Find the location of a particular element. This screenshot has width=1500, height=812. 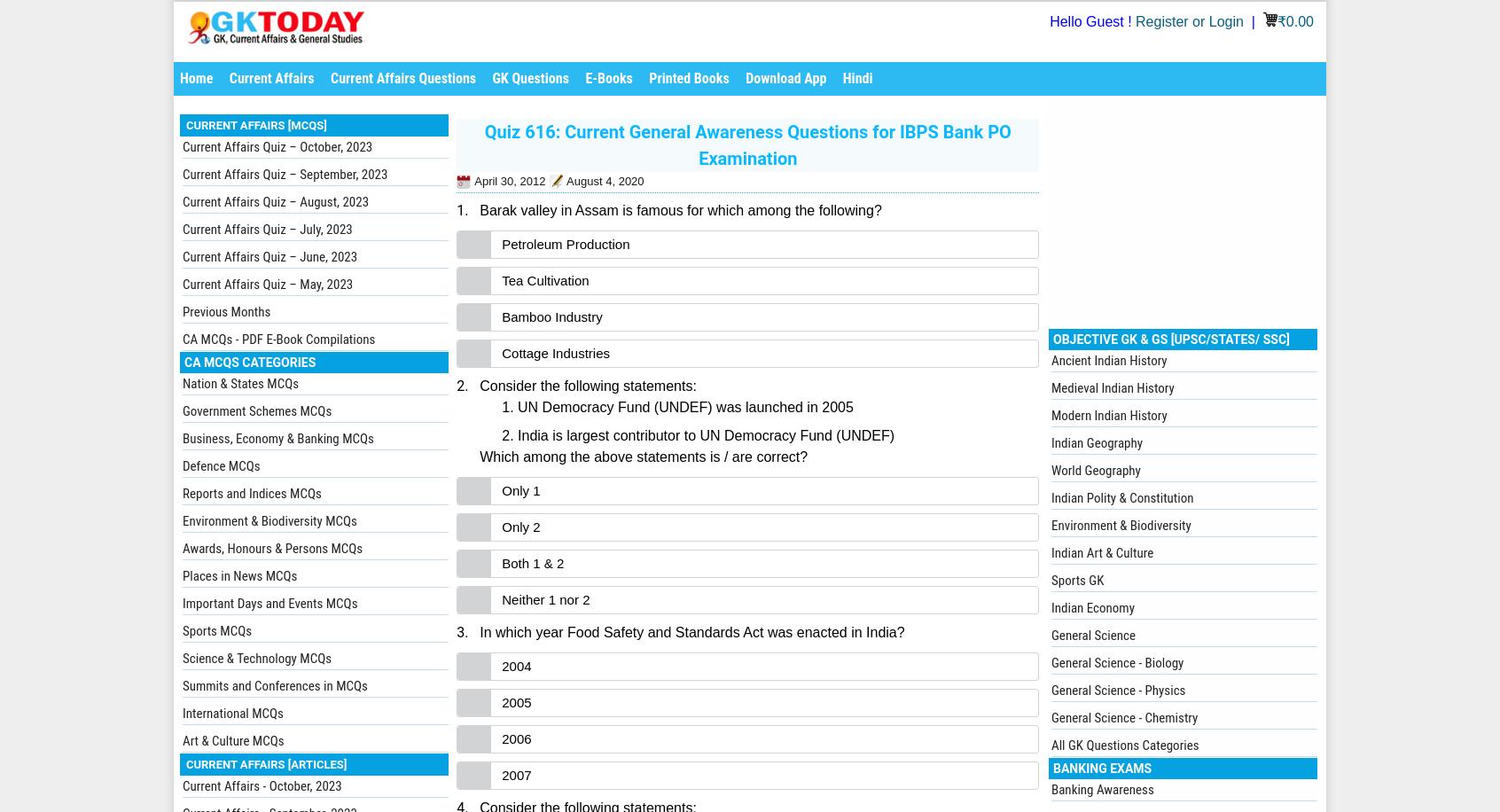

'World Geography' is located at coordinates (1096, 470).